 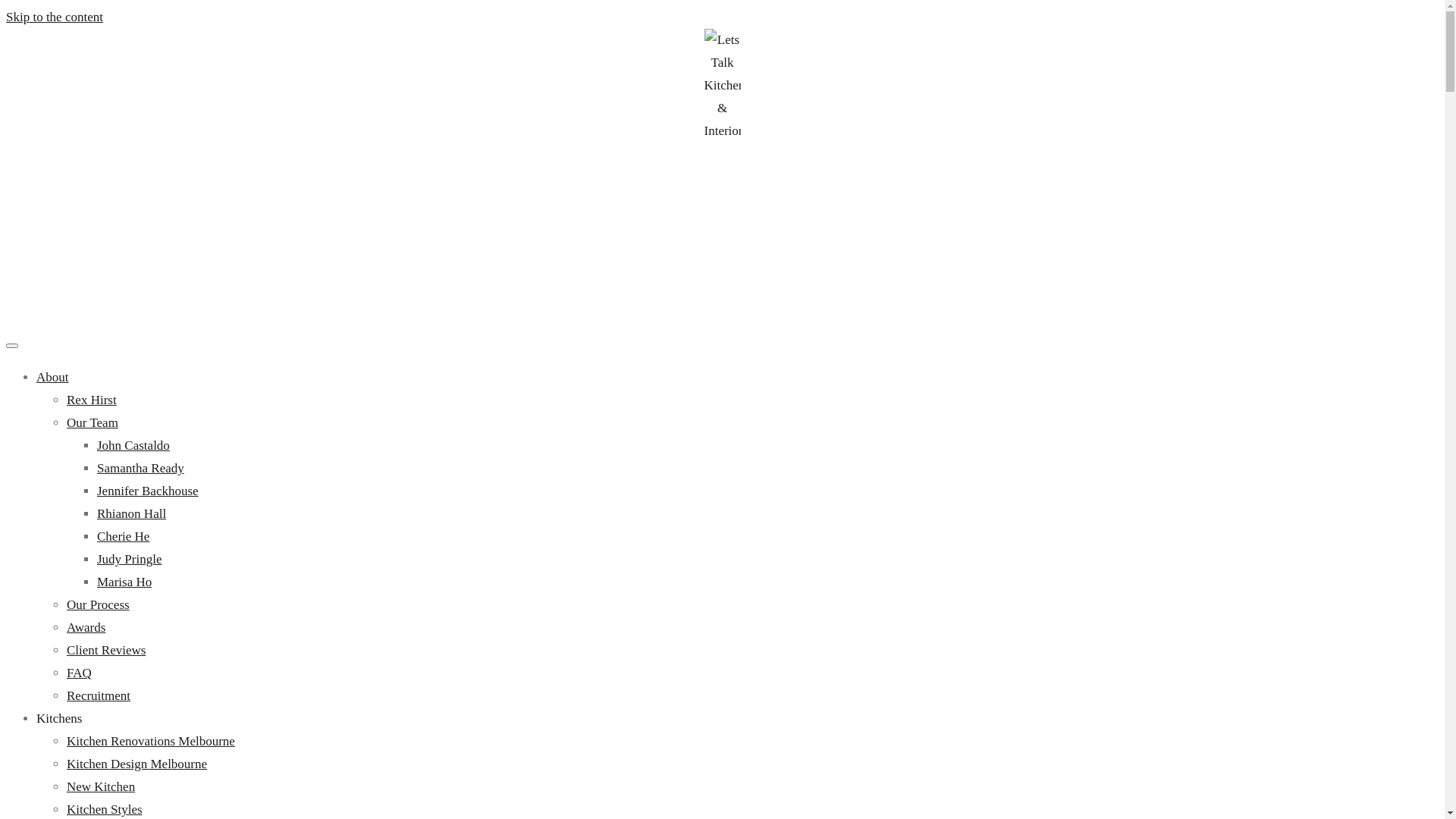 I want to click on 'New Kitchen', so click(x=100, y=786).